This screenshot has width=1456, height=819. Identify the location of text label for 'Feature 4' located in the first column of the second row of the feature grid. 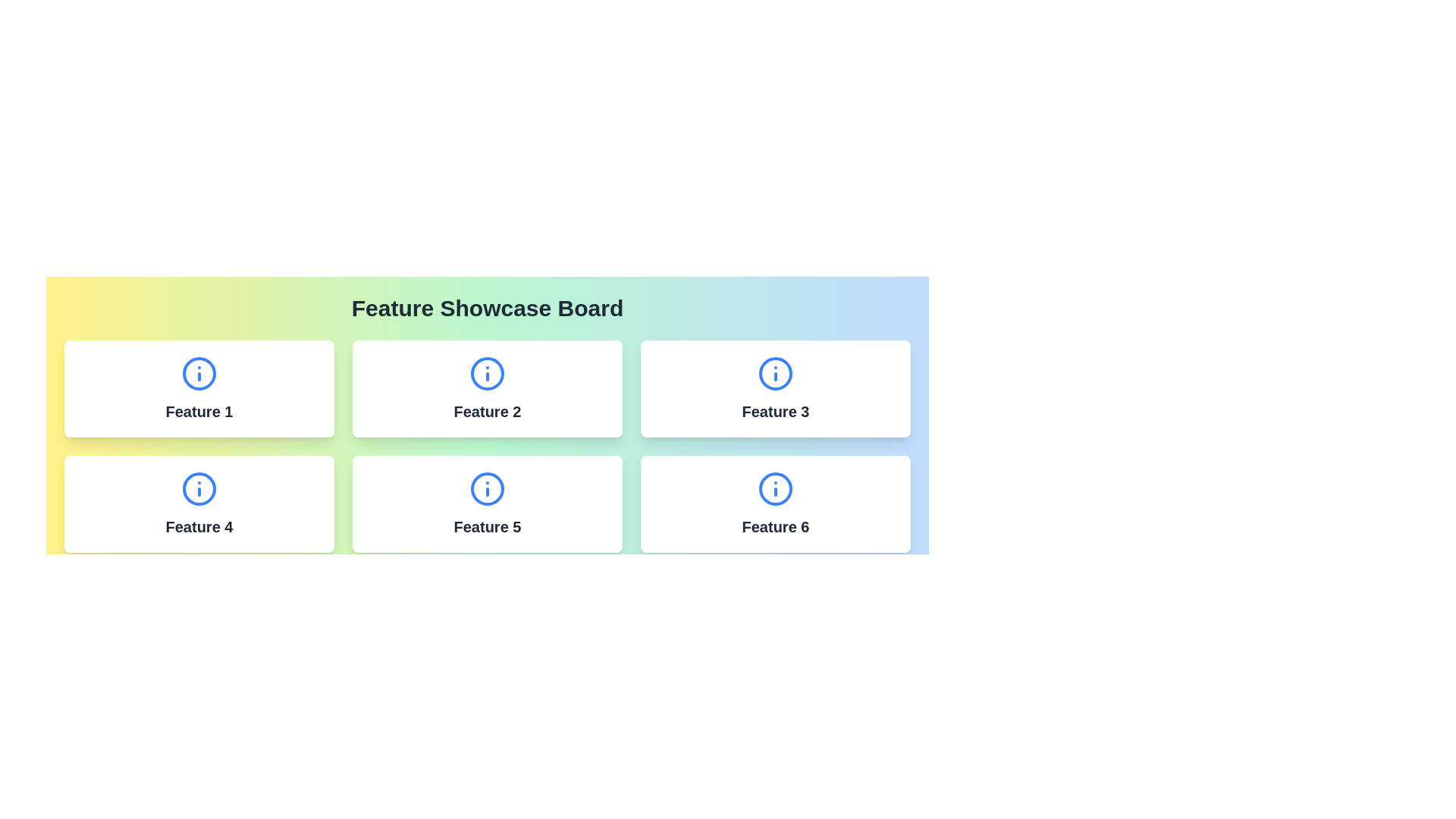
(199, 526).